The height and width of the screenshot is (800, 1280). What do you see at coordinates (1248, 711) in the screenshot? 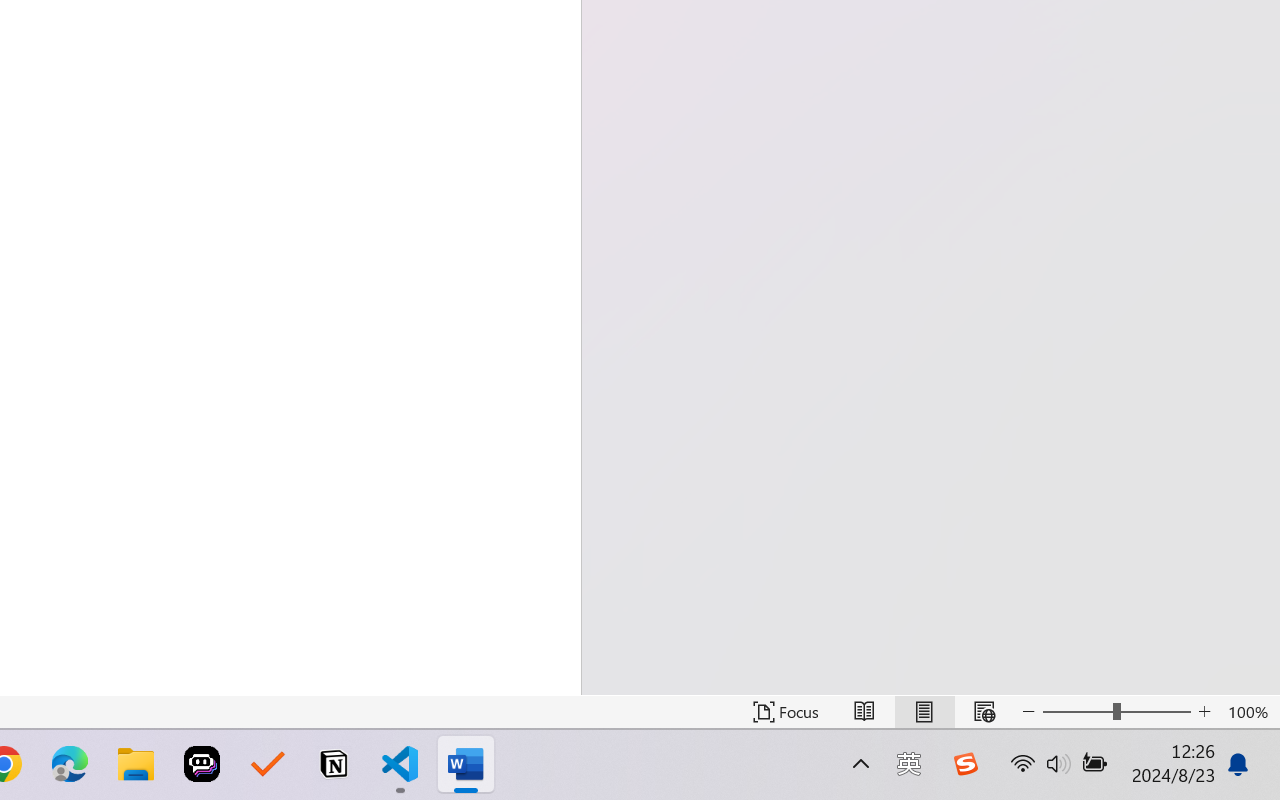
I see `'Zoom 100%'` at bounding box center [1248, 711].